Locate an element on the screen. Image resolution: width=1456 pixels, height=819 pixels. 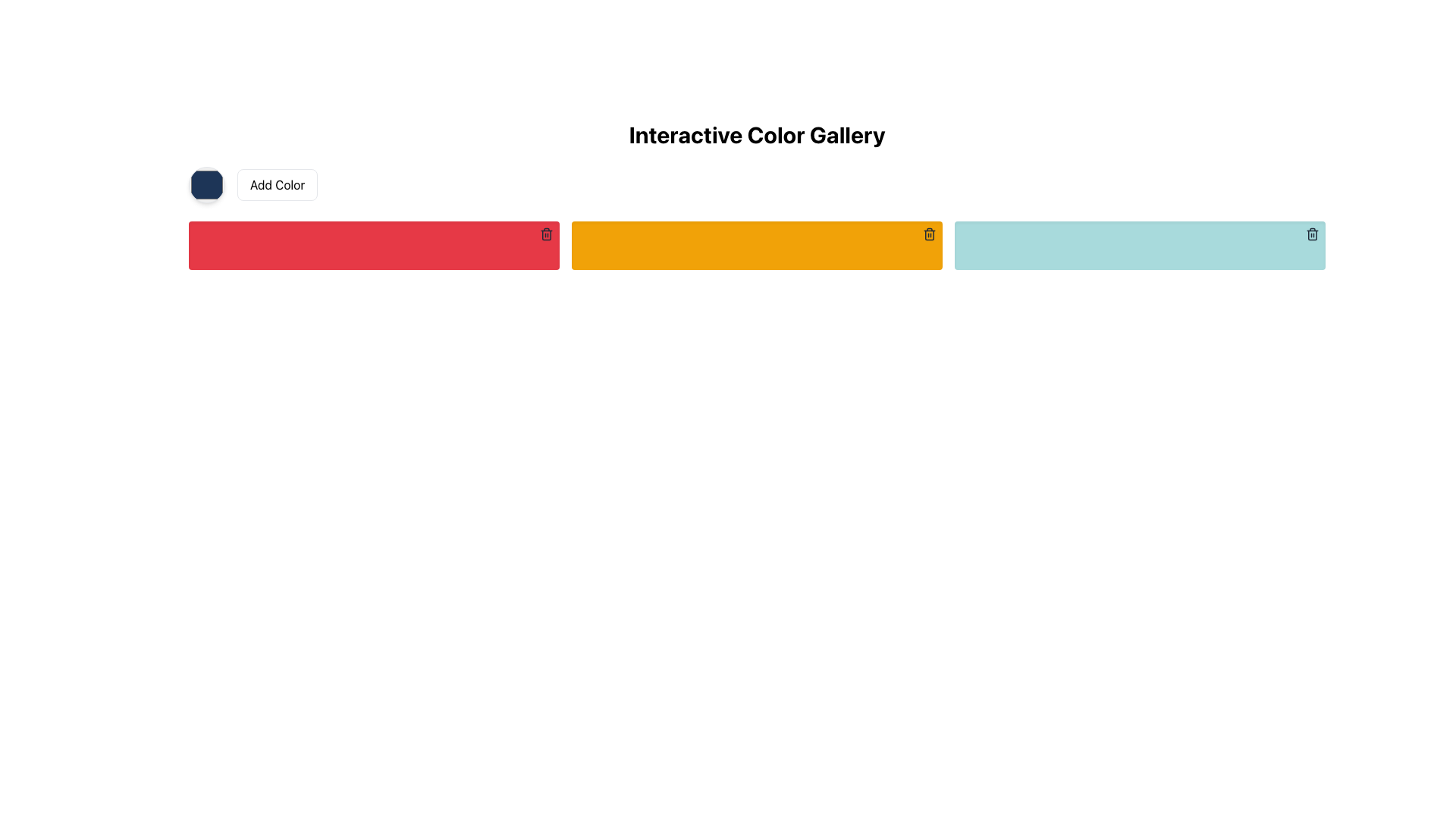
the trash can icon located in the top-right corner of the red rectangular block is located at coordinates (546, 235).